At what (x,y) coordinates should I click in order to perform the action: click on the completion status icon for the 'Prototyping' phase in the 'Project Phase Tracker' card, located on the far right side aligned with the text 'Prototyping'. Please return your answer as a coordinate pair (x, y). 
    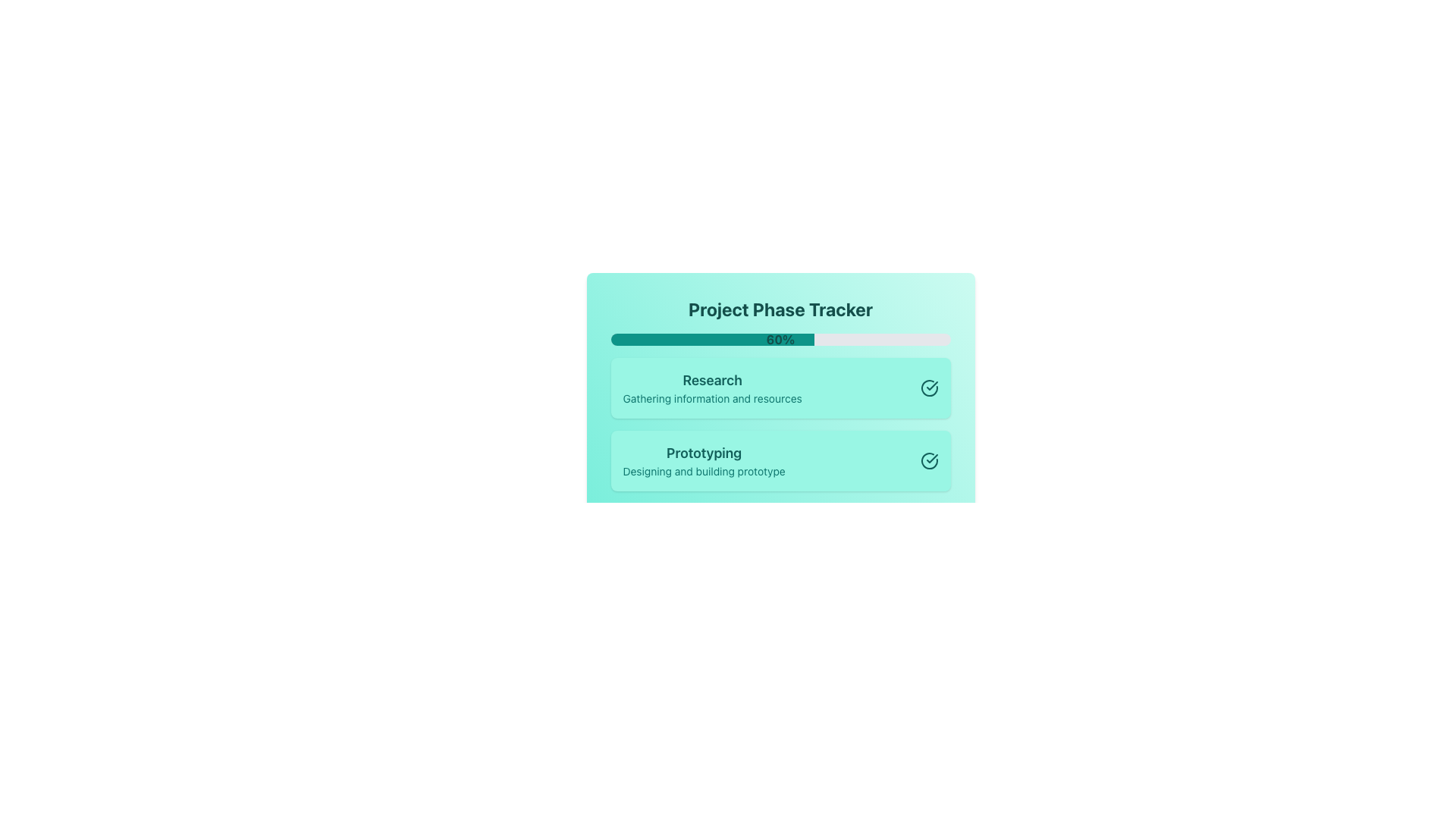
    Looking at the image, I should click on (928, 460).